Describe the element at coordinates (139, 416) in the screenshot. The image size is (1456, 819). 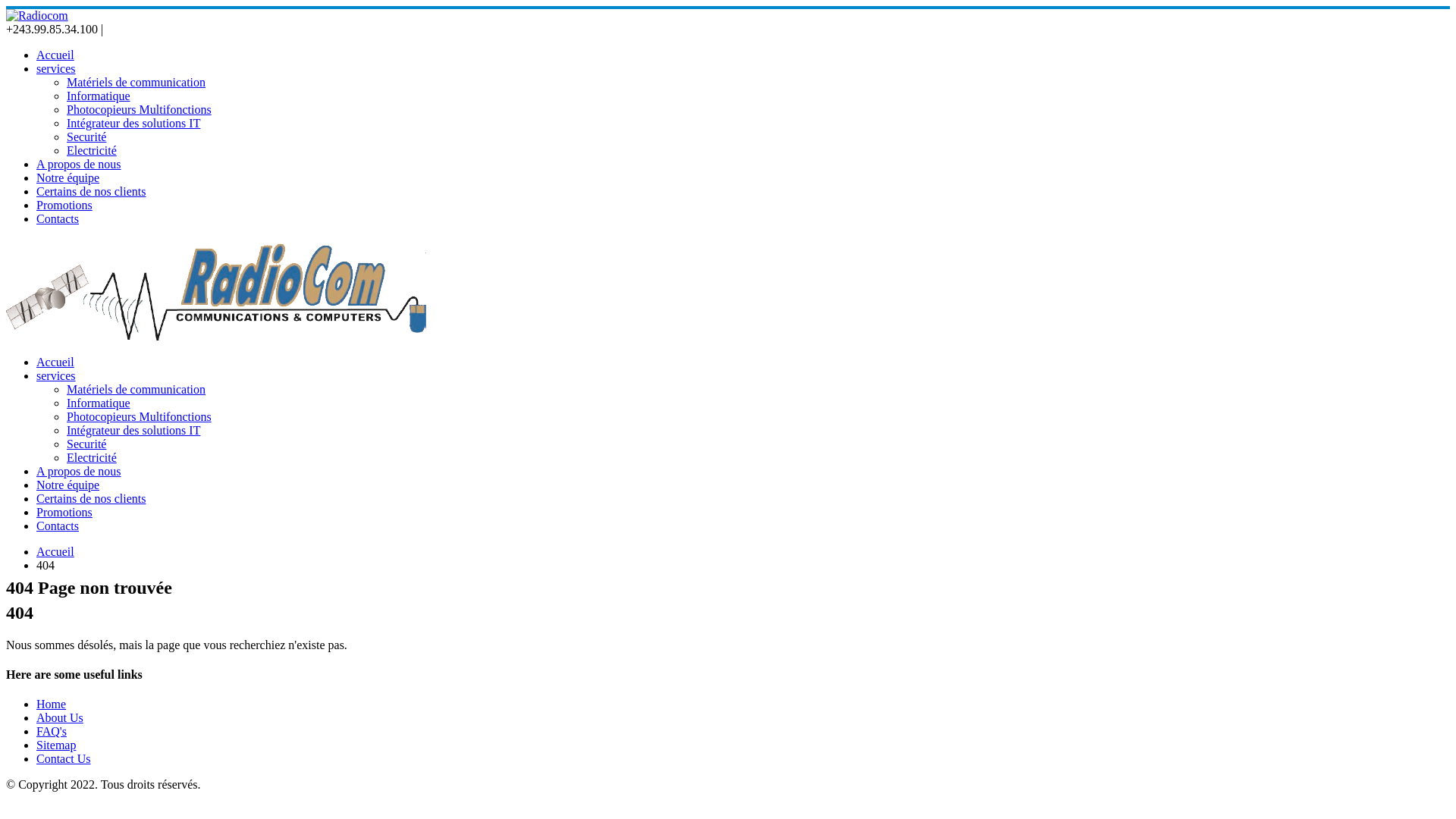
I see `'Photocopieurs Multifonctions'` at that location.